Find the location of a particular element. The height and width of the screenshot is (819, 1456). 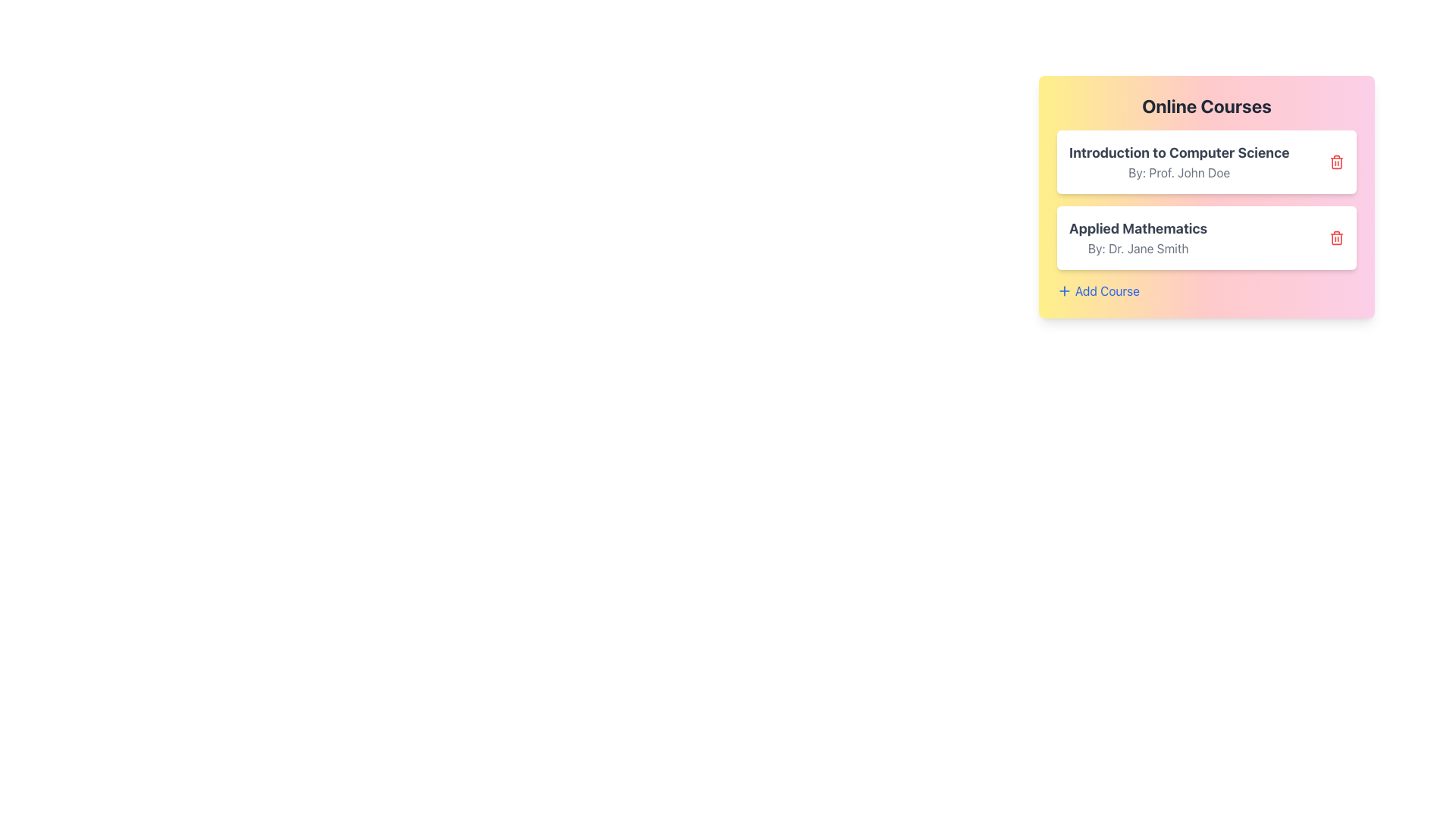

the second card titled 'Applied Mathematics' in the 'Online Courses' section is located at coordinates (1206, 237).